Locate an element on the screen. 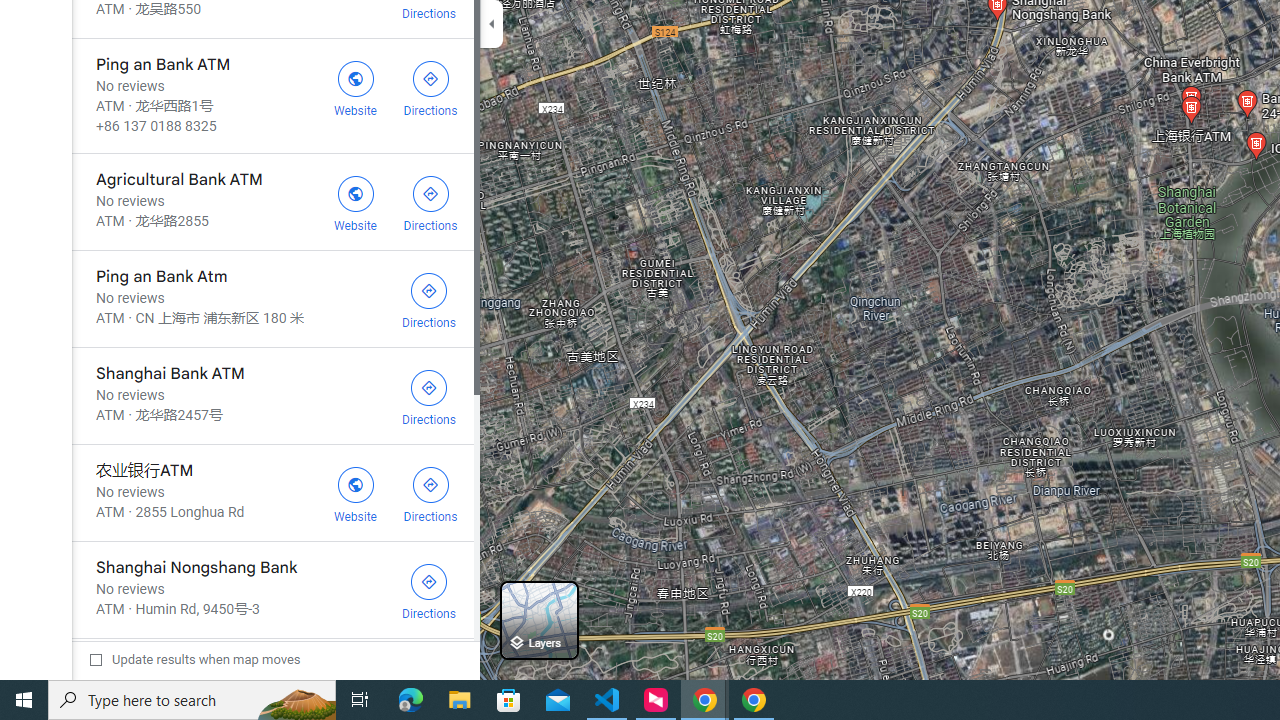 The width and height of the screenshot is (1280, 720). 'Visit Ping an Bank ATM' is located at coordinates (355, 85).